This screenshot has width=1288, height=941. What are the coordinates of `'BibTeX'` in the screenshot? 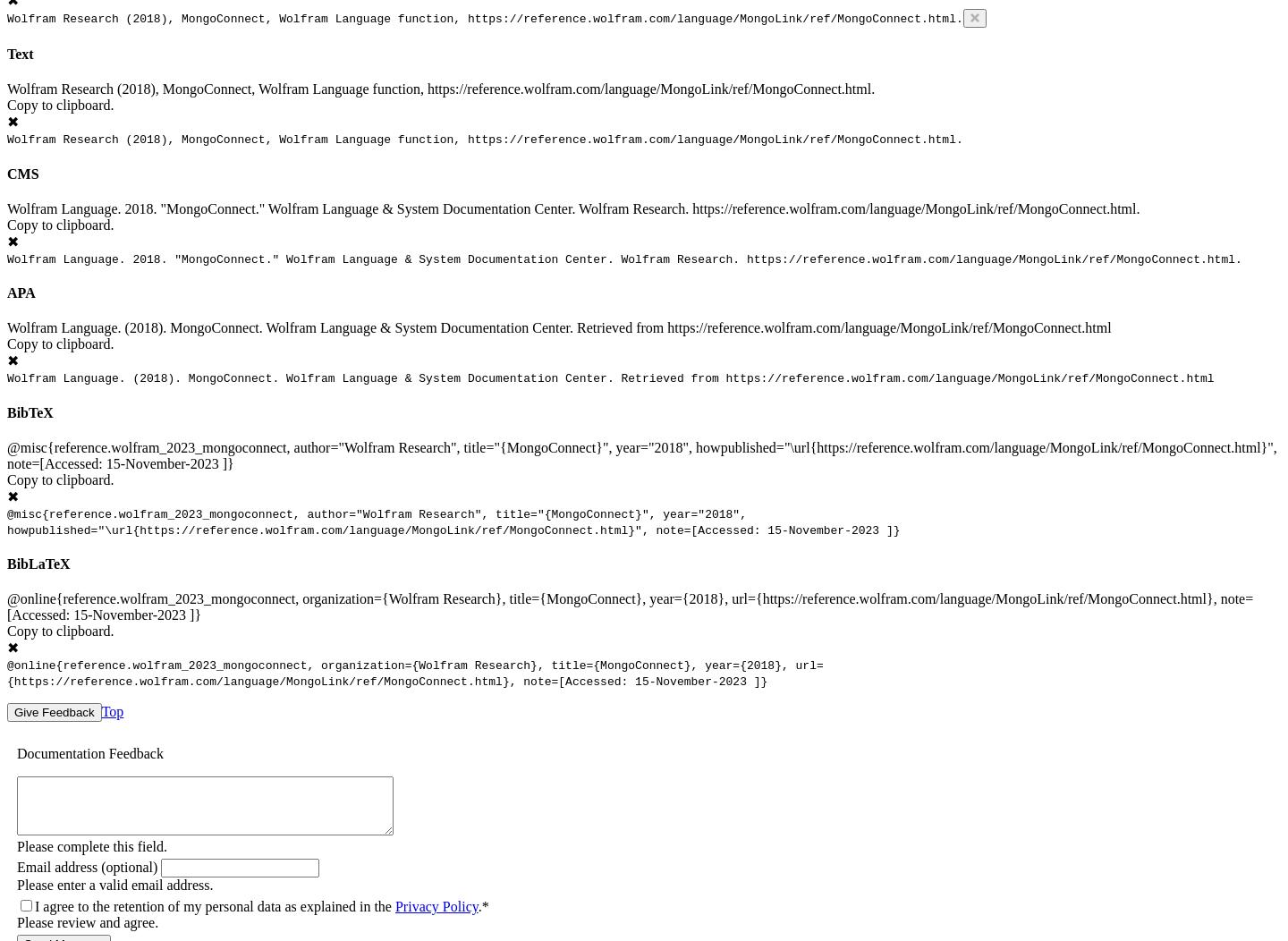 It's located at (6, 411).